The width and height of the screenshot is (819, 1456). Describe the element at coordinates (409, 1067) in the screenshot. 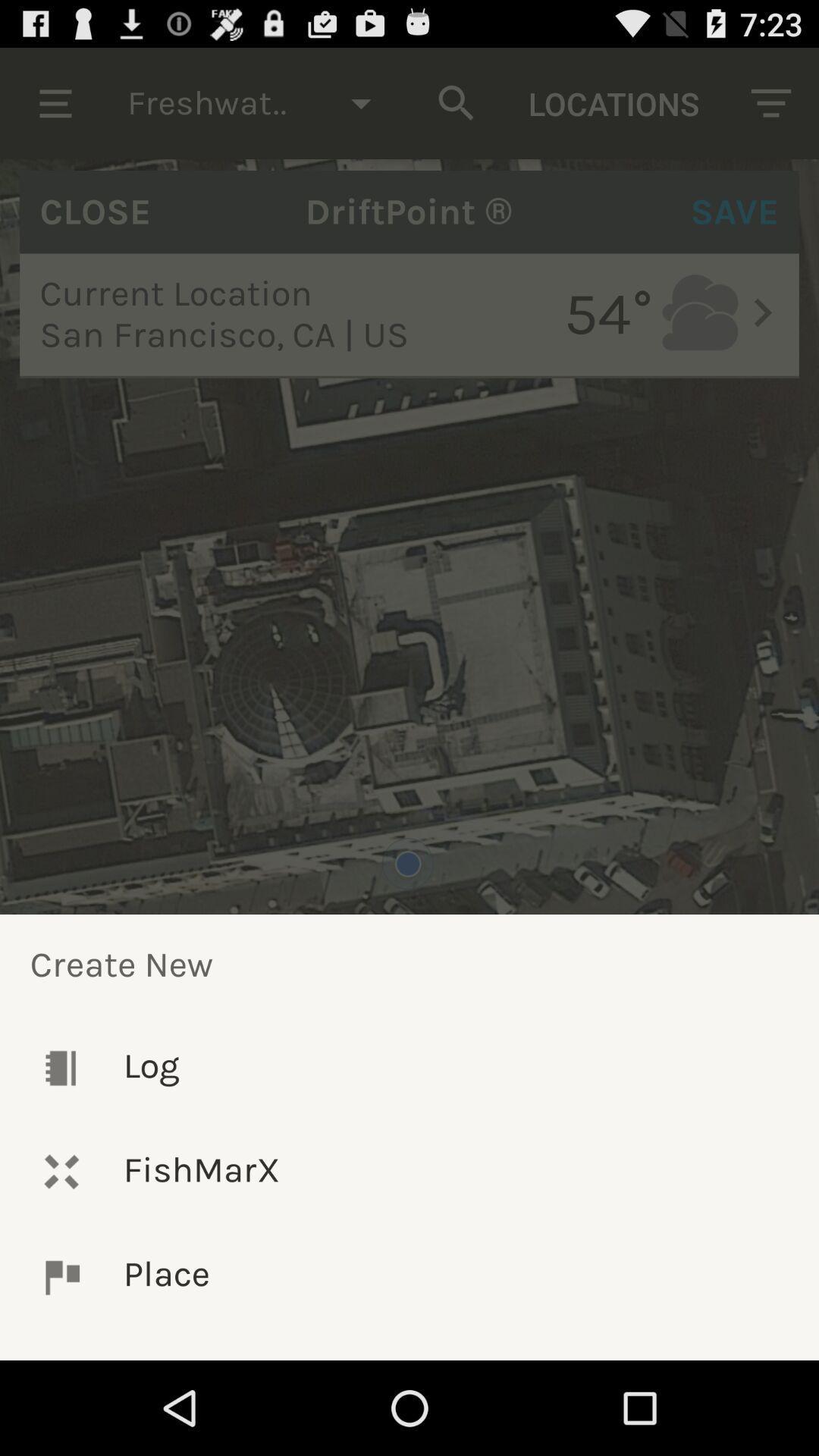

I see `the icon below create new item` at that location.